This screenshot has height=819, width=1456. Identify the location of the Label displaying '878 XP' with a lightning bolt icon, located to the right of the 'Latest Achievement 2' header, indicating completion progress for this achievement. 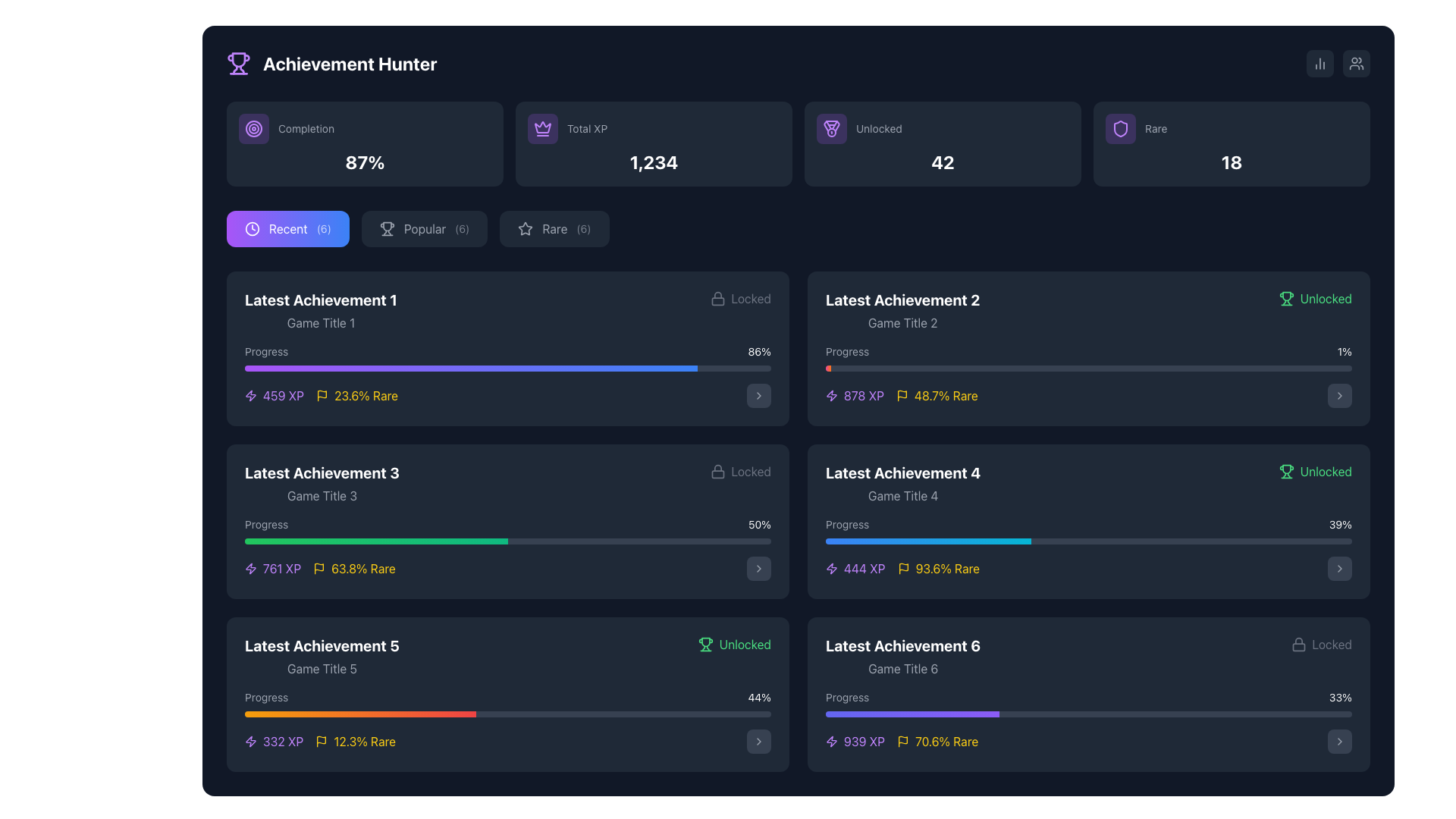
(855, 394).